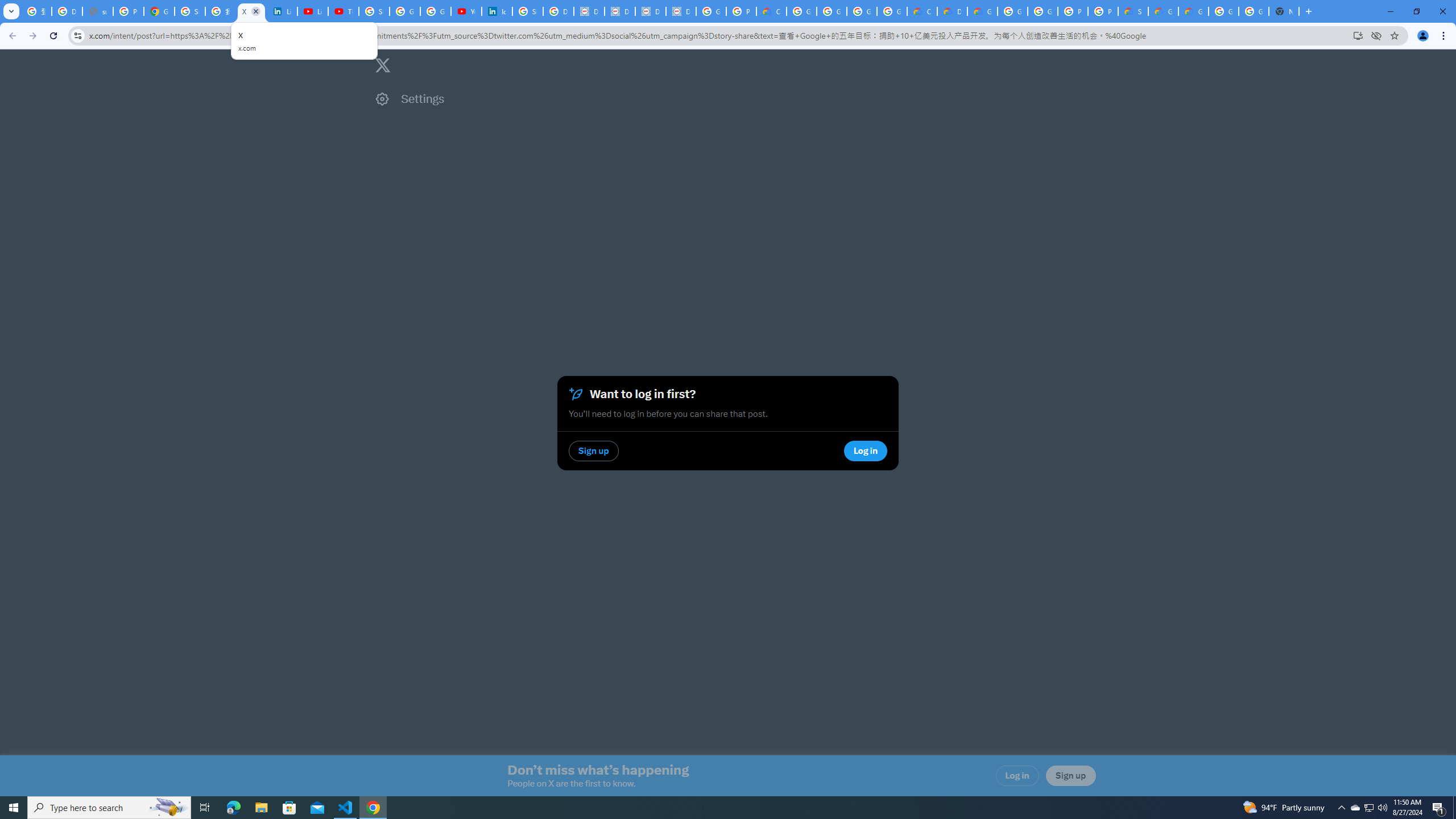 Image resolution: width=1456 pixels, height=819 pixels. I want to click on 'LinkedIn Privacy Policy', so click(282, 11).